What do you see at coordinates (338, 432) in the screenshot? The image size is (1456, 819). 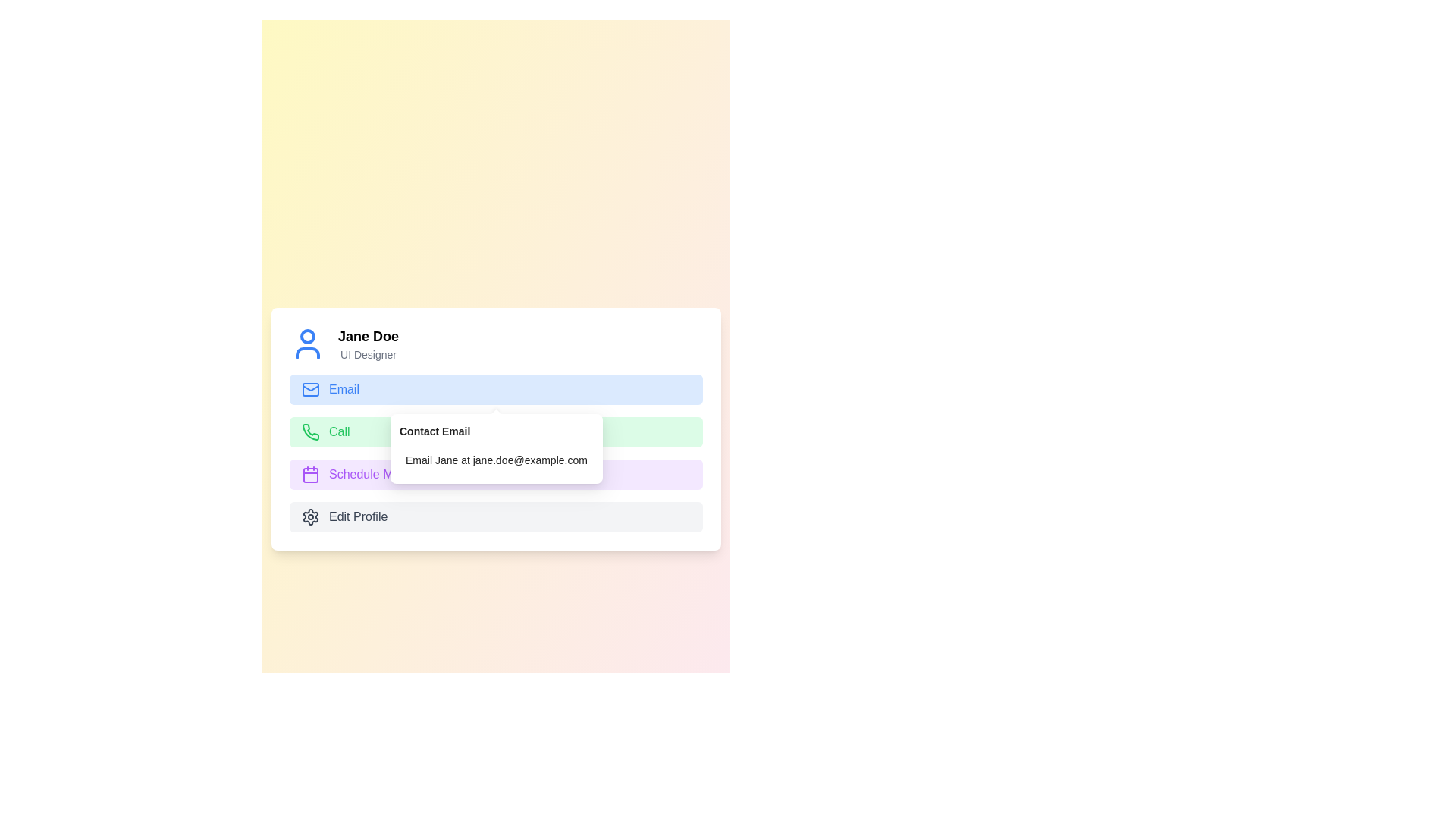 I see `the text label associated with making a phone call to the contact depicted in the profile, located to the right of the telephone icon in a green-colored rectangular area` at bounding box center [338, 432].